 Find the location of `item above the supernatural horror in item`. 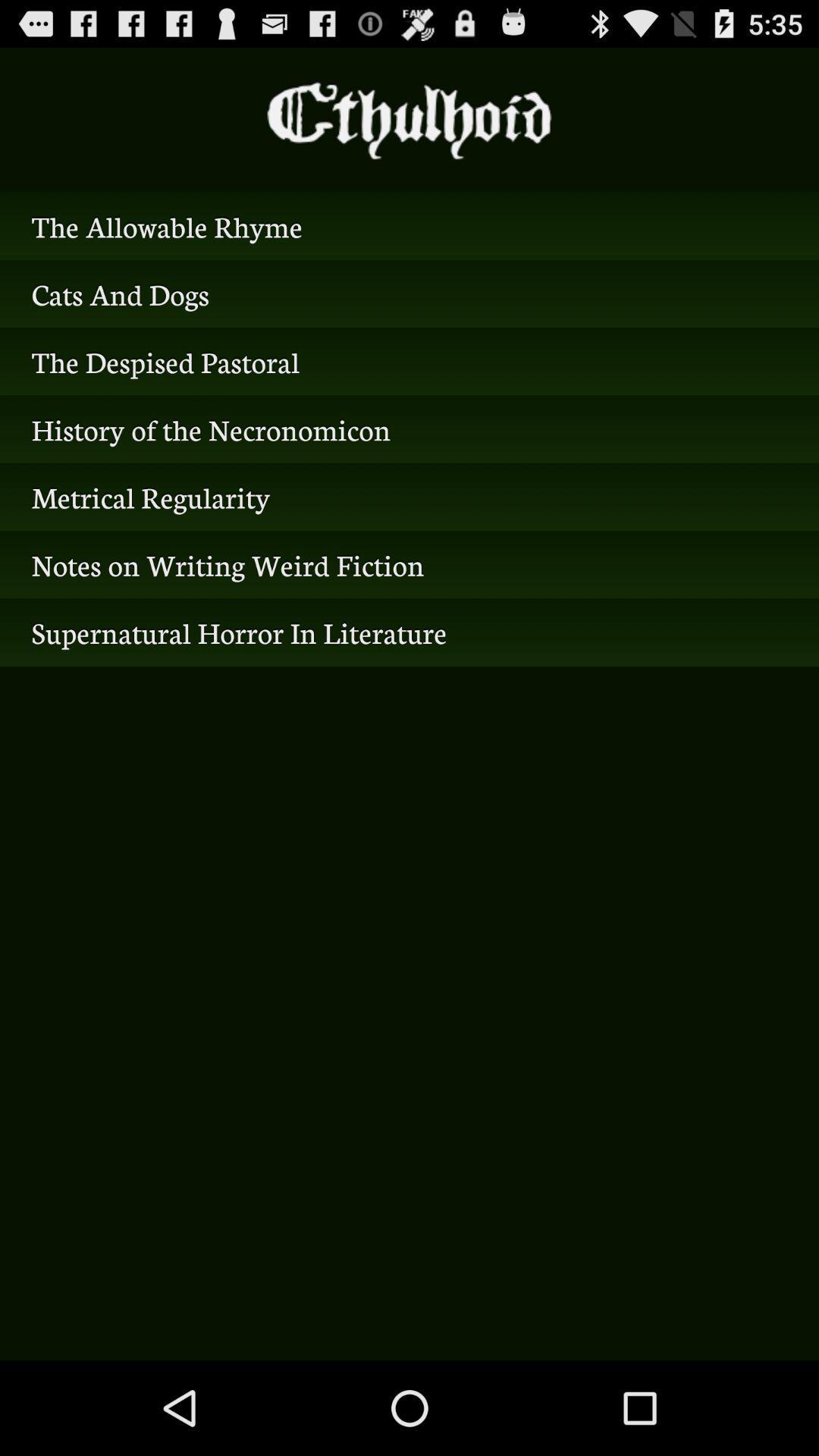

item above the supernatural horror in item is located at coordinates (409, 563).